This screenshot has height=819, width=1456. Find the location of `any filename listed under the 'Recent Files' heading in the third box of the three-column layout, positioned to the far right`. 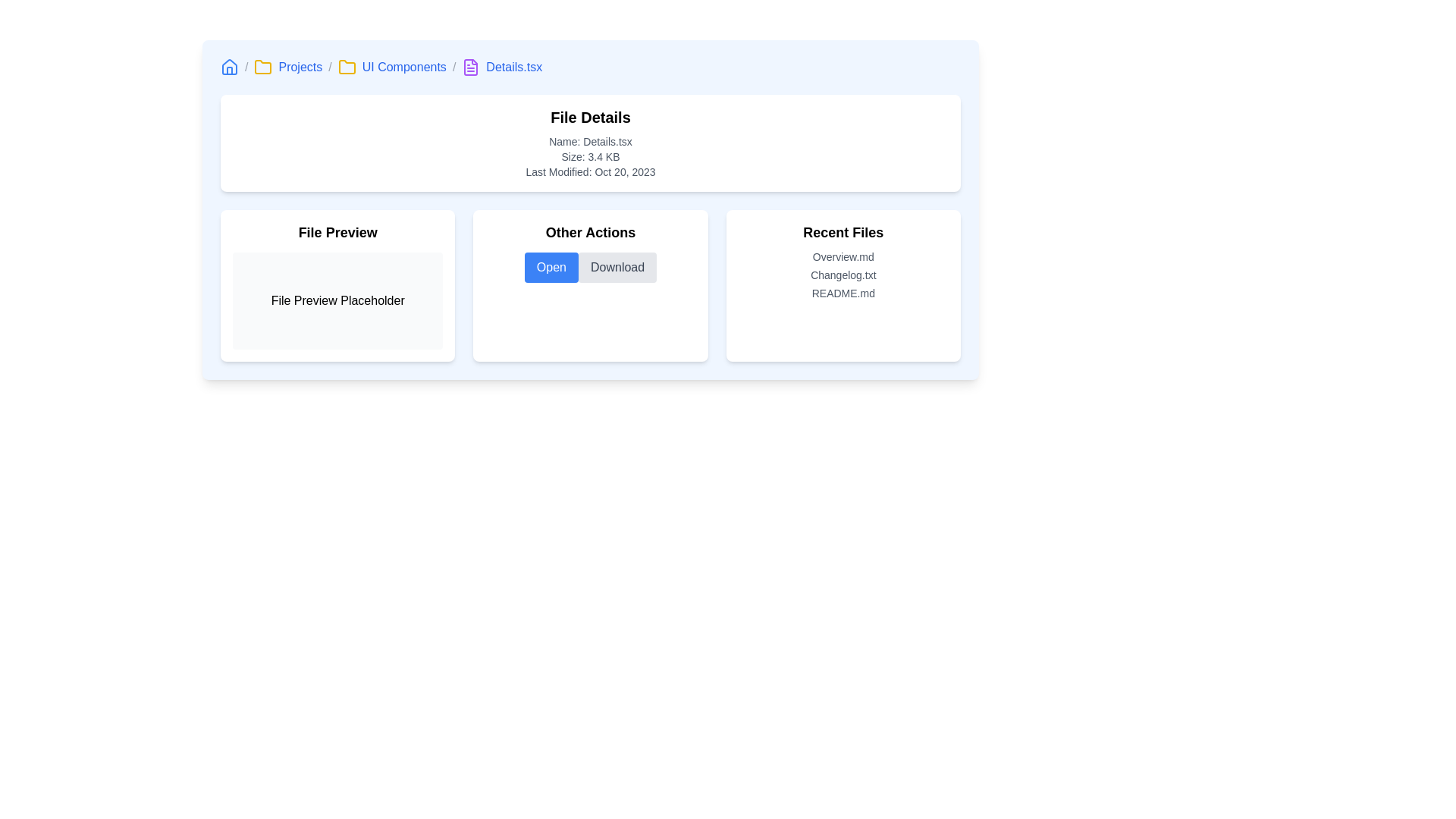

any filename listed under the 'Recent Files' heading in the third box of the three-column layout, positioned to the far right is located at coordinates (843, 286).